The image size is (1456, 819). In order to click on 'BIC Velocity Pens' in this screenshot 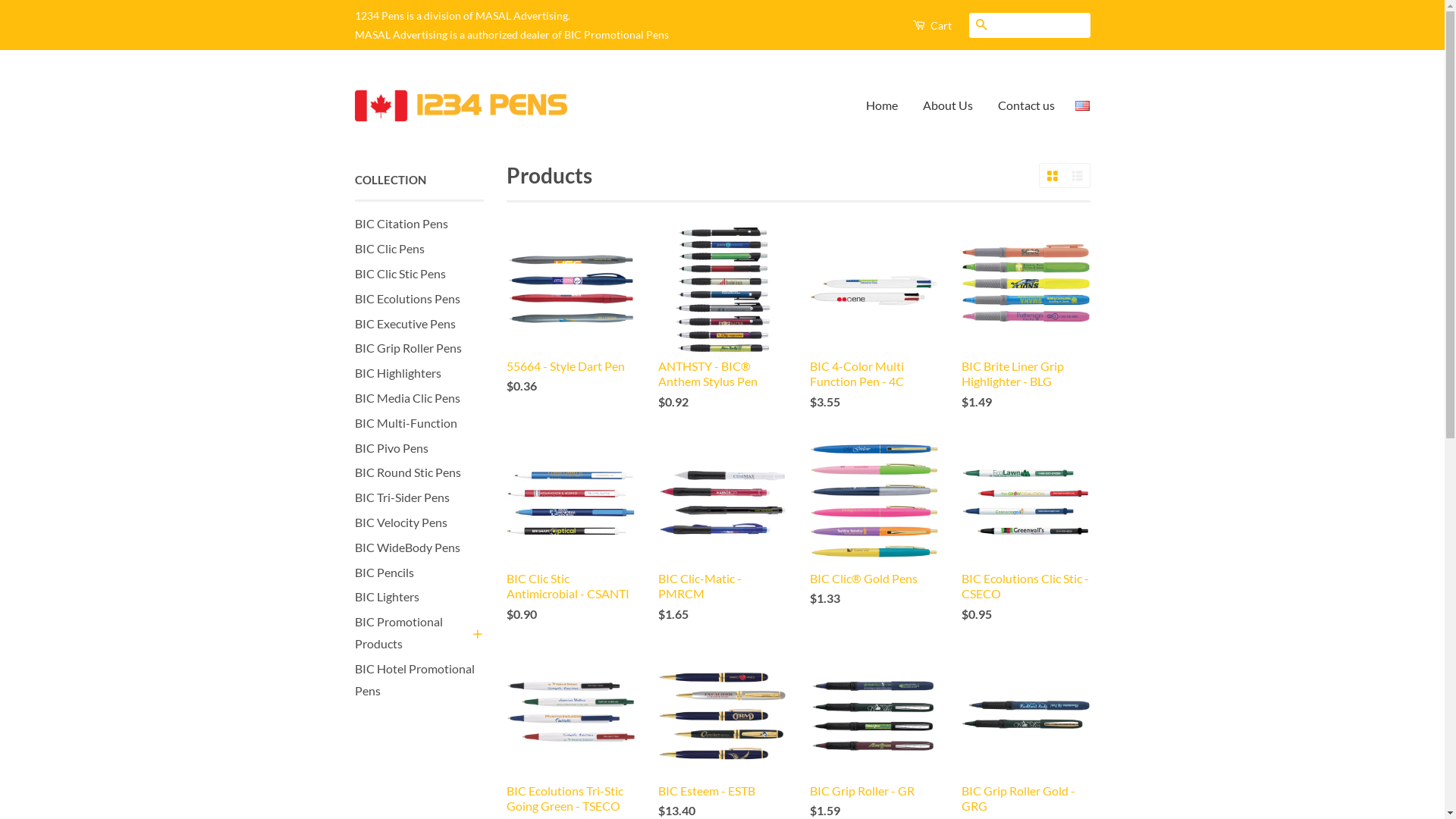, I will do `click(400, 521)`.